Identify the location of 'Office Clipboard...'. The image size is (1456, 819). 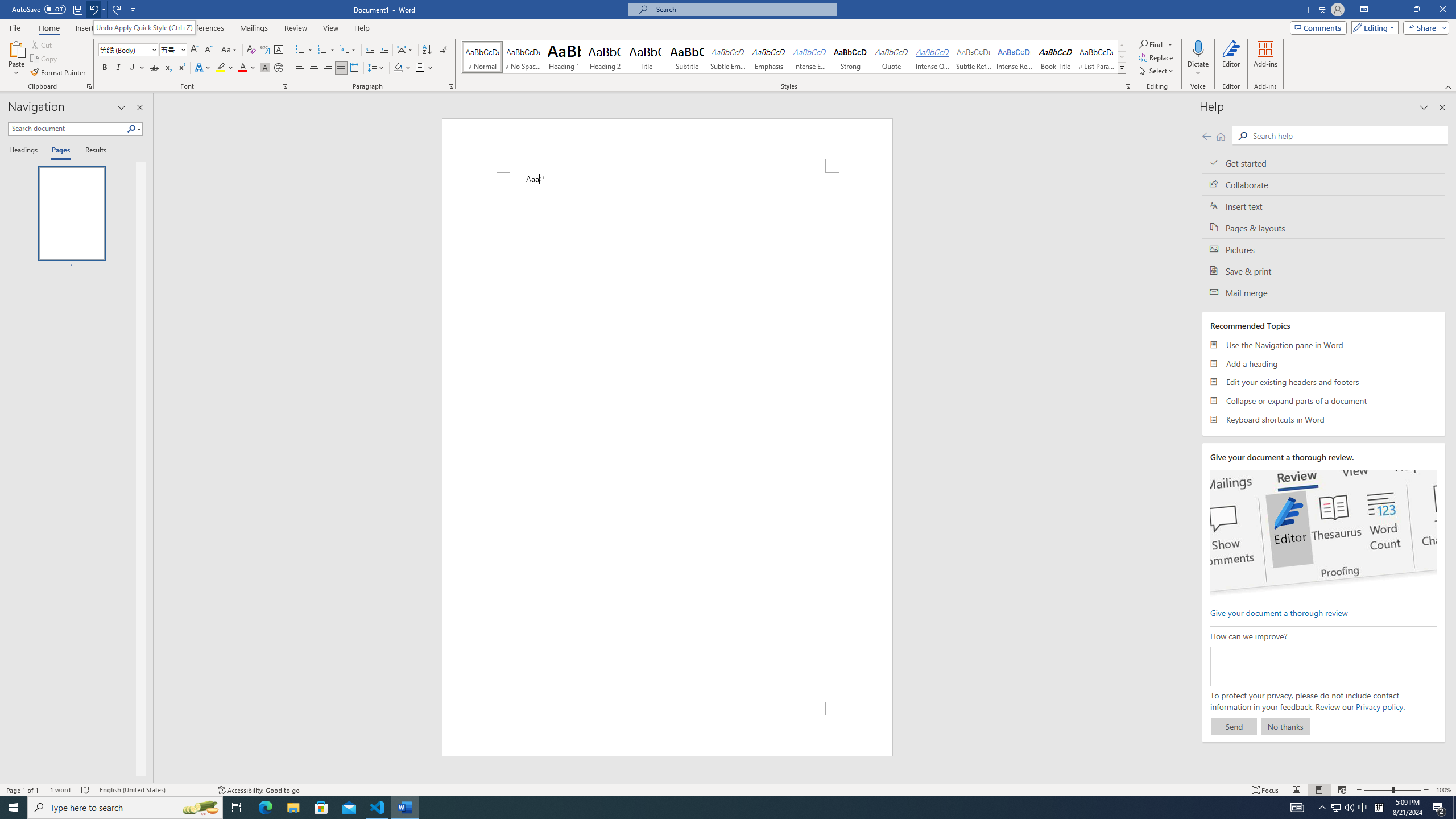
(88, 85).